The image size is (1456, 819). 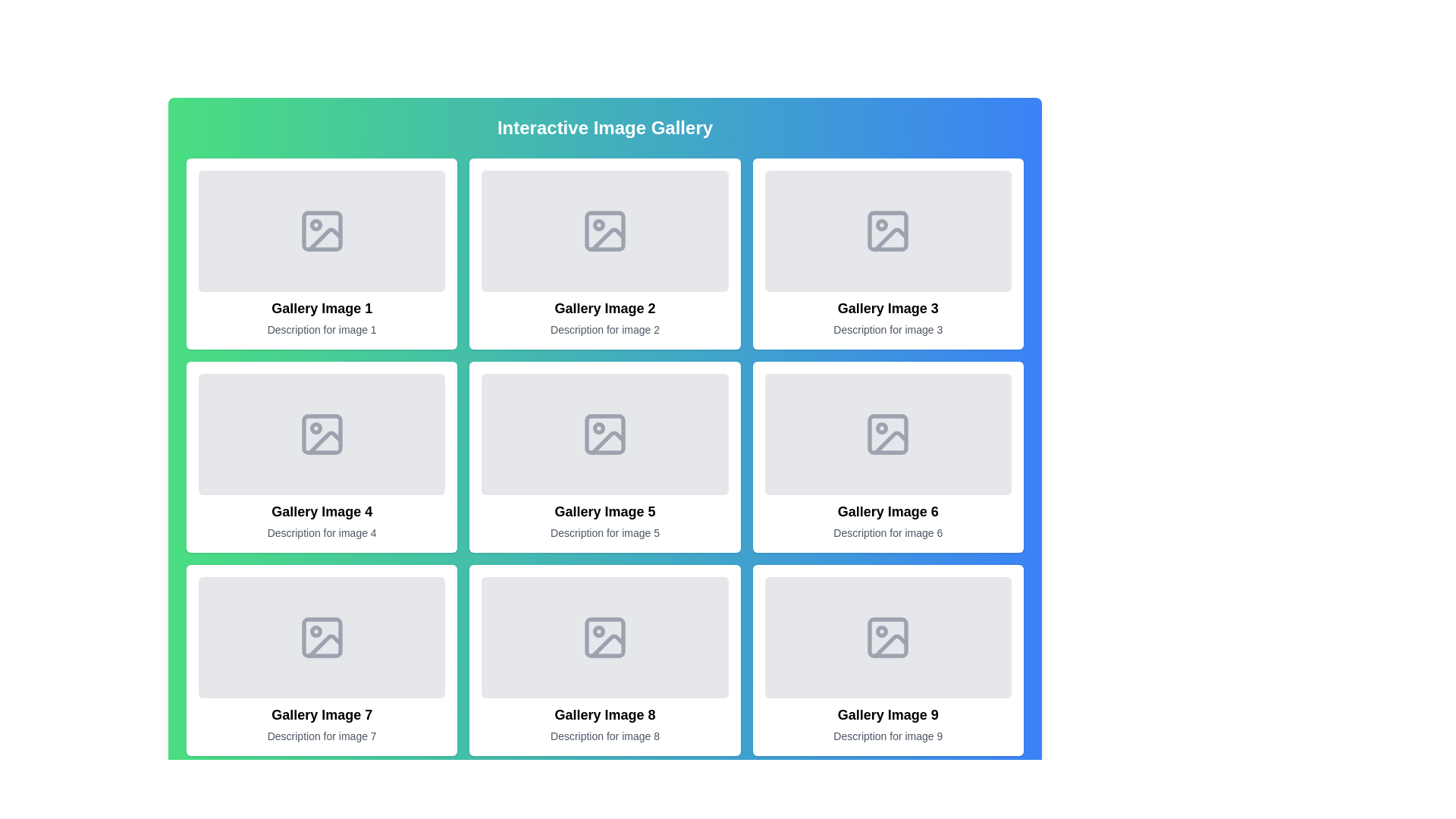 What do you see at coordinates (888, 456) in the screenshot?
I see `the display card located in the second row, third column of the grid layout` at bounding box center [888, 456].